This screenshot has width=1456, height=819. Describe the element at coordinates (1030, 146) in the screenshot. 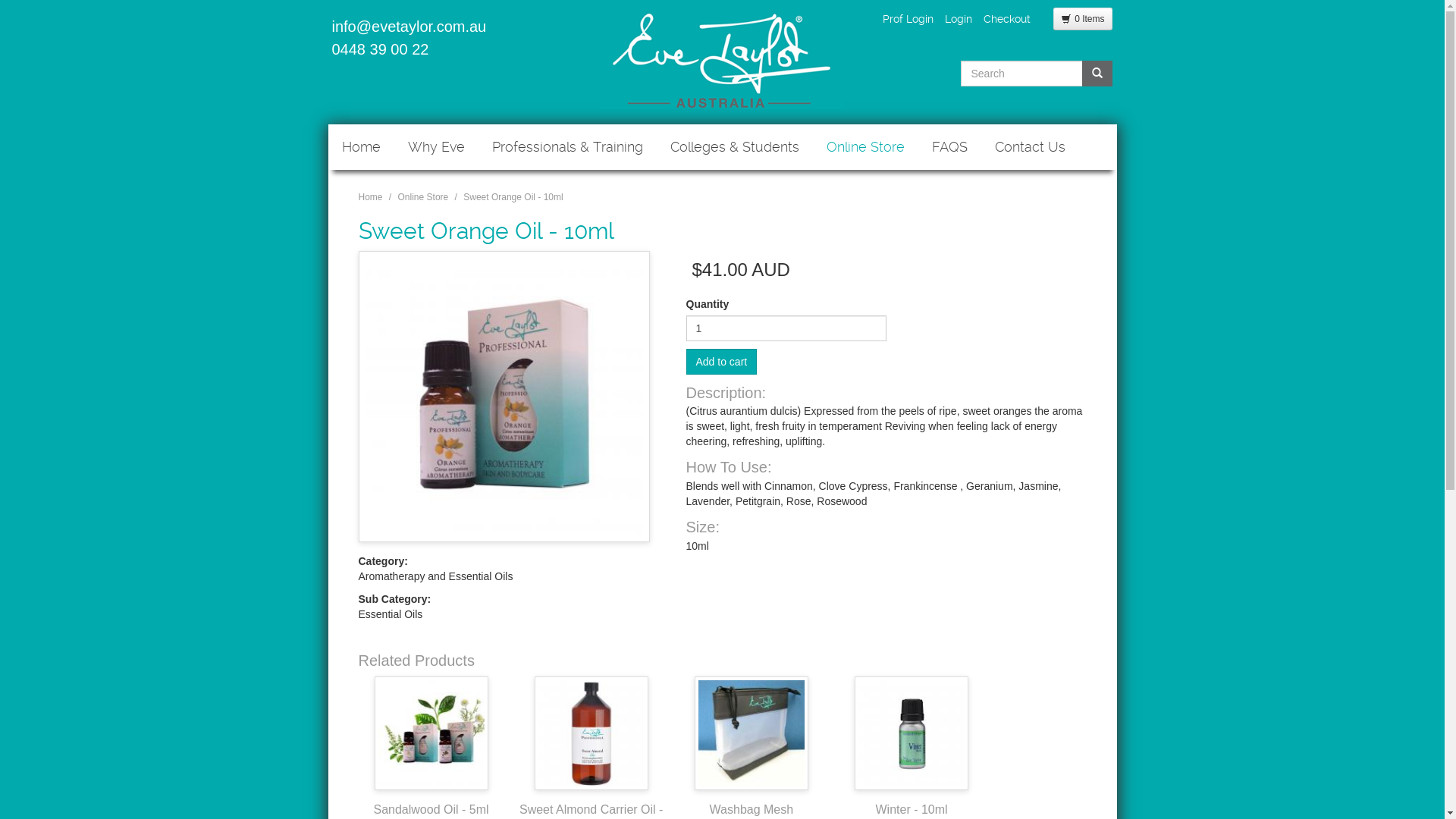

I see `'Contact Us'` at that location.